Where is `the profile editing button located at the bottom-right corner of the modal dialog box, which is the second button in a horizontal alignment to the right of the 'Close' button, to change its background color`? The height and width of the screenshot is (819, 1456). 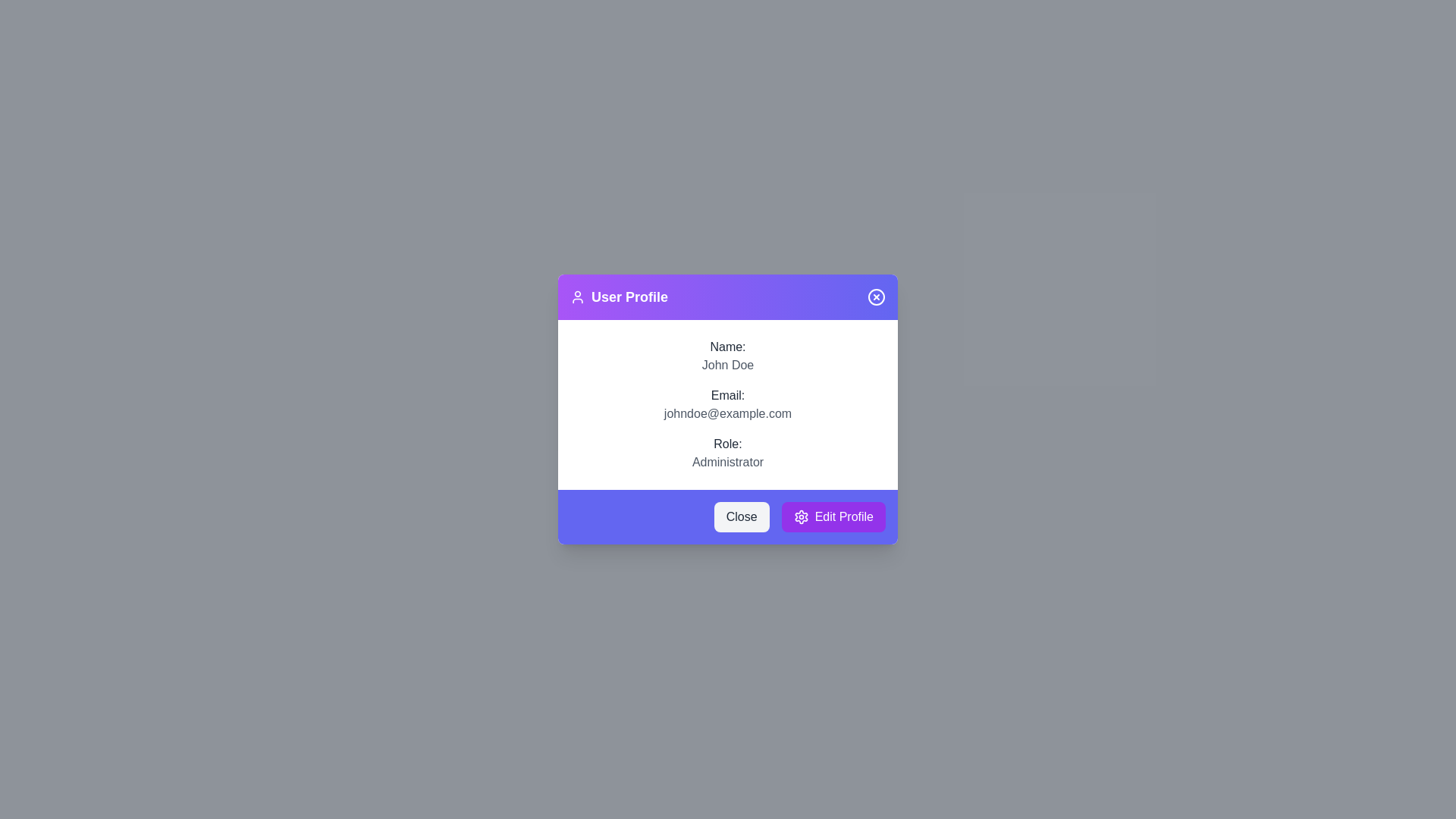
the profile editing button located at the bottom-right corner of the modal dialog box, which is the second button in a horizontal alignment to the right of the 'Close' button, to change its background color is located at coordinates (833, 516).